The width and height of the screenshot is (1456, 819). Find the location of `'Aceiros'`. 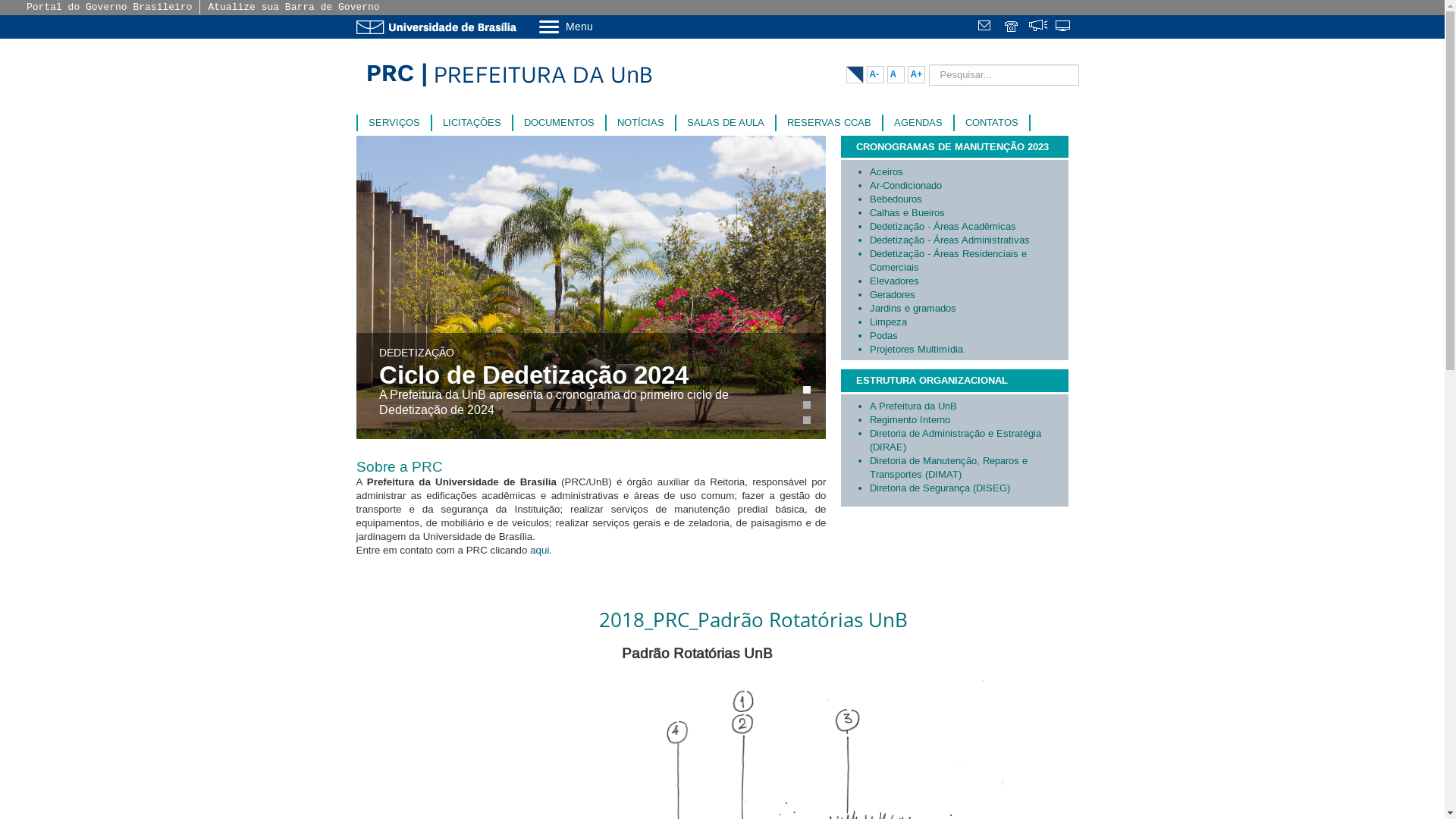

'Aceiros' is located at coordinates (966, 171).